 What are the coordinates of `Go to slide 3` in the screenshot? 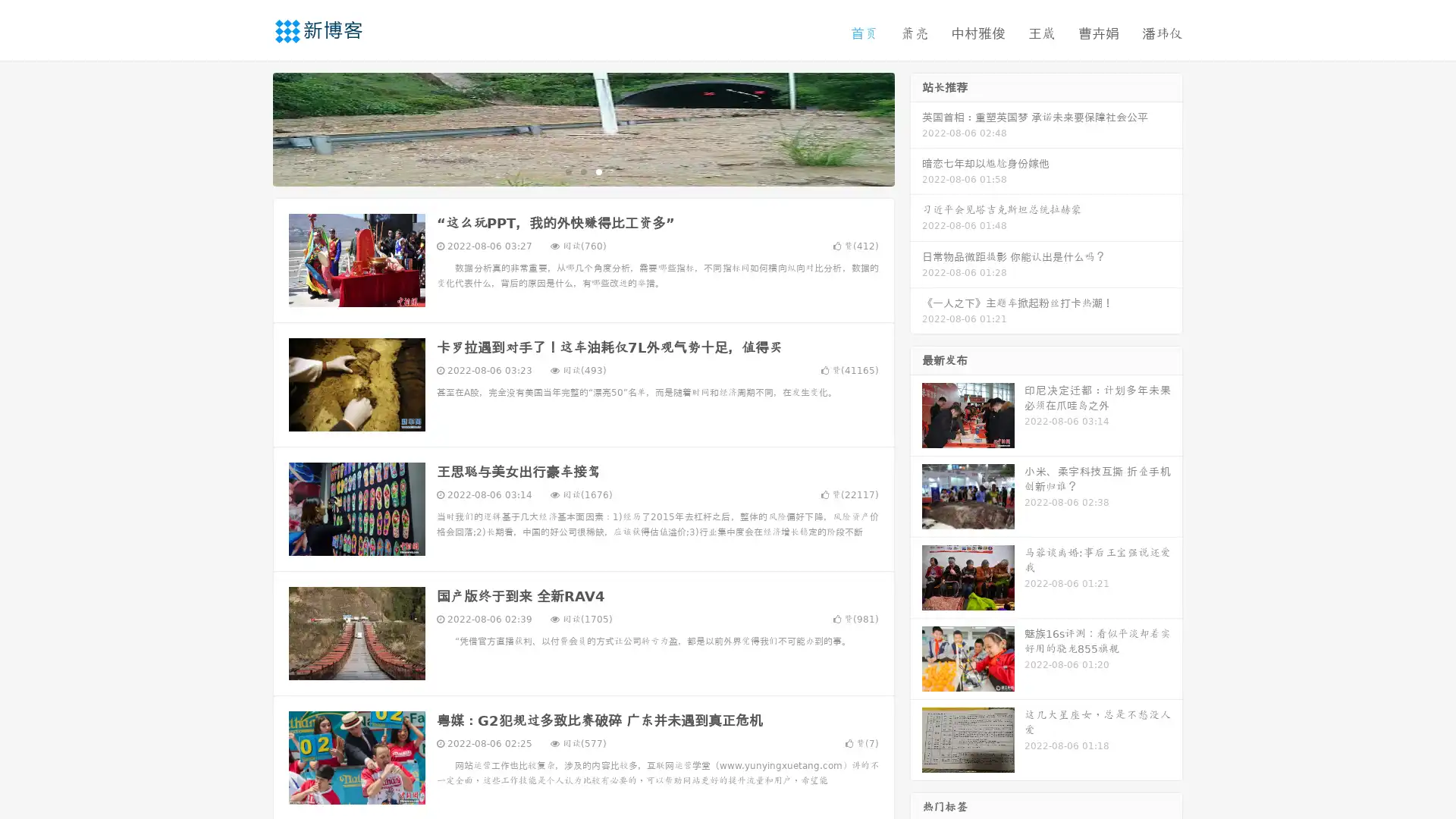 It's located at (598, 171).